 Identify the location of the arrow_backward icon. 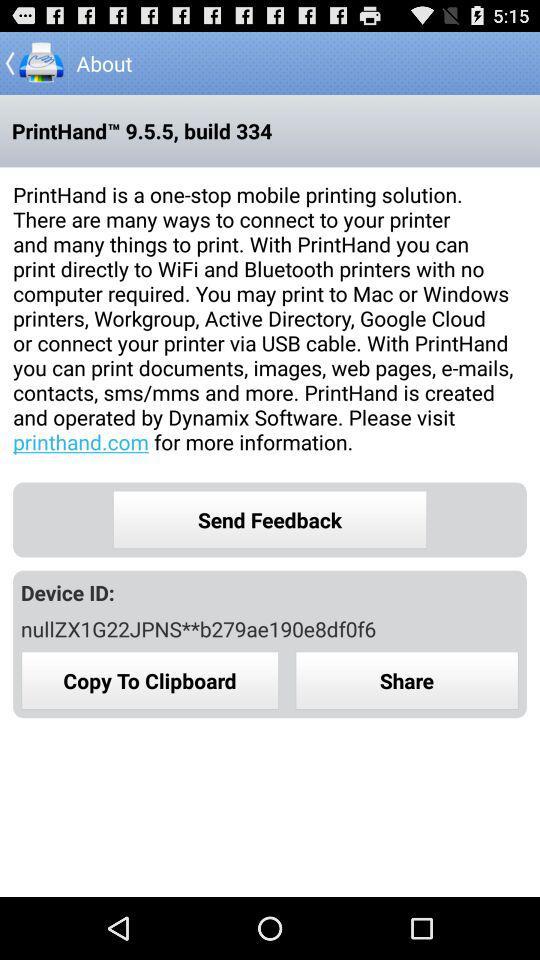
(33, 67).